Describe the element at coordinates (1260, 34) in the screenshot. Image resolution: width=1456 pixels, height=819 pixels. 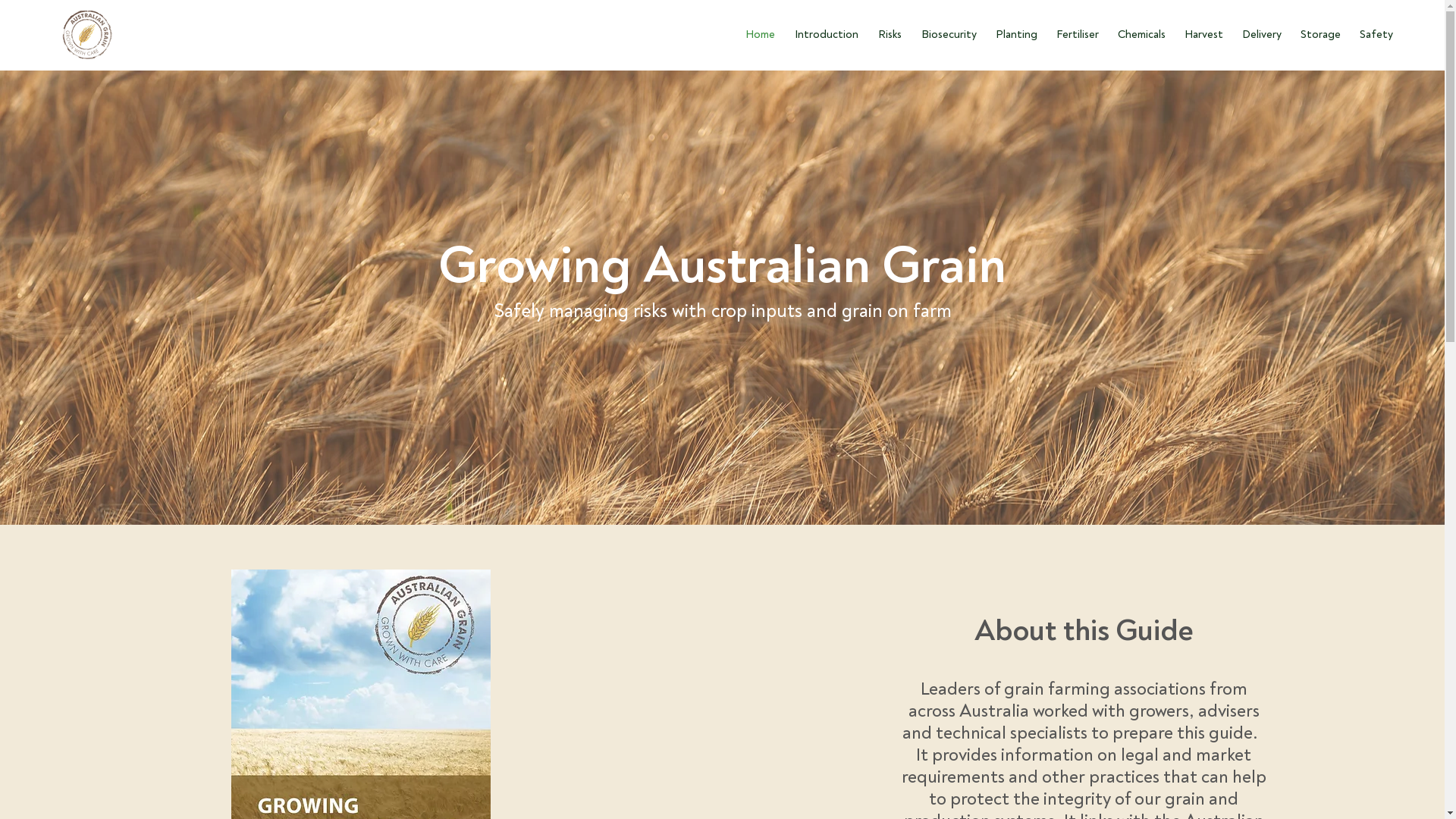
I see `'Delivery'` at that location.